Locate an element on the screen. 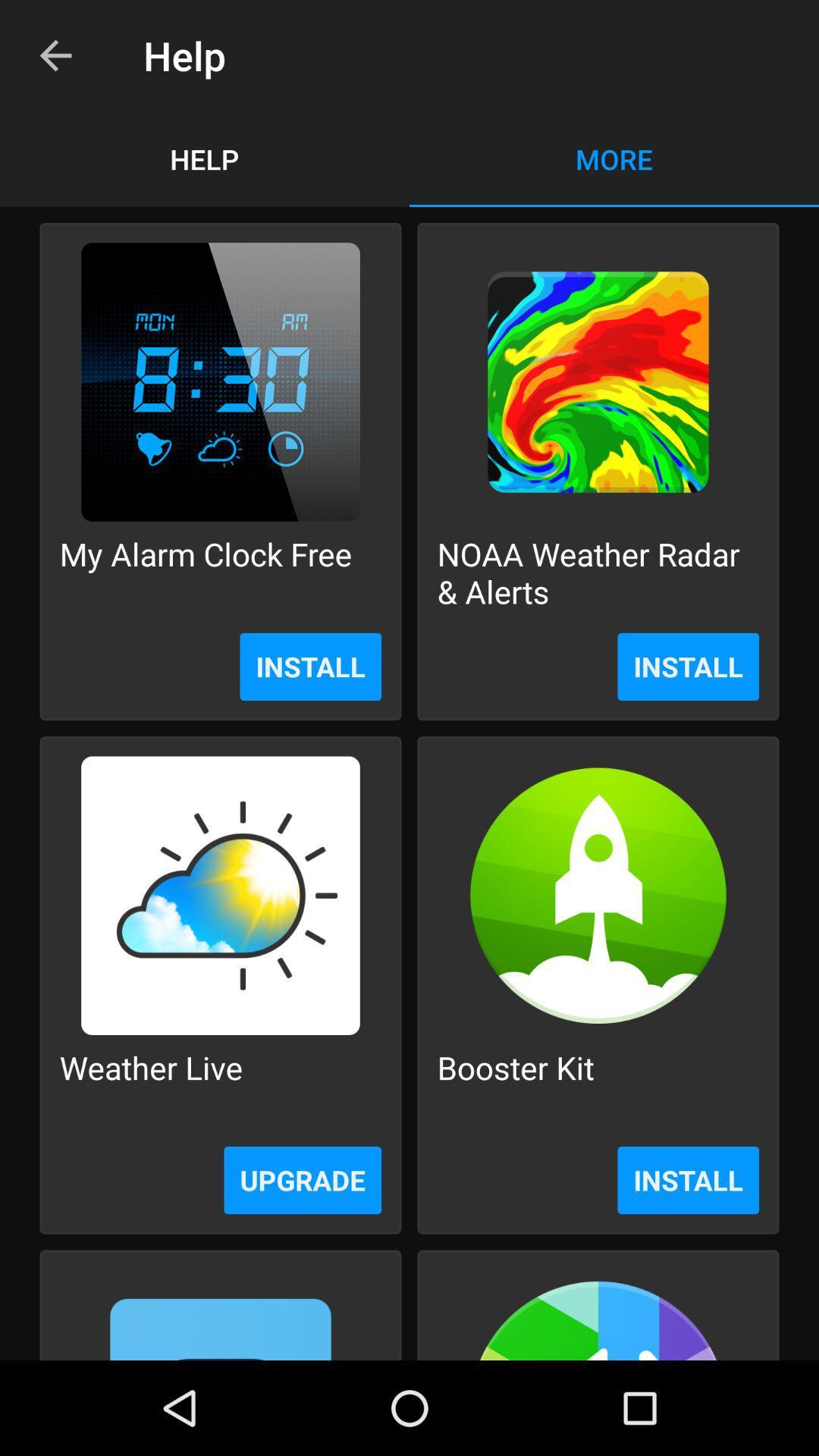 This screenshot has width=819, height=1456. icon to the left of the install item is located at coordinates (303, 1179).